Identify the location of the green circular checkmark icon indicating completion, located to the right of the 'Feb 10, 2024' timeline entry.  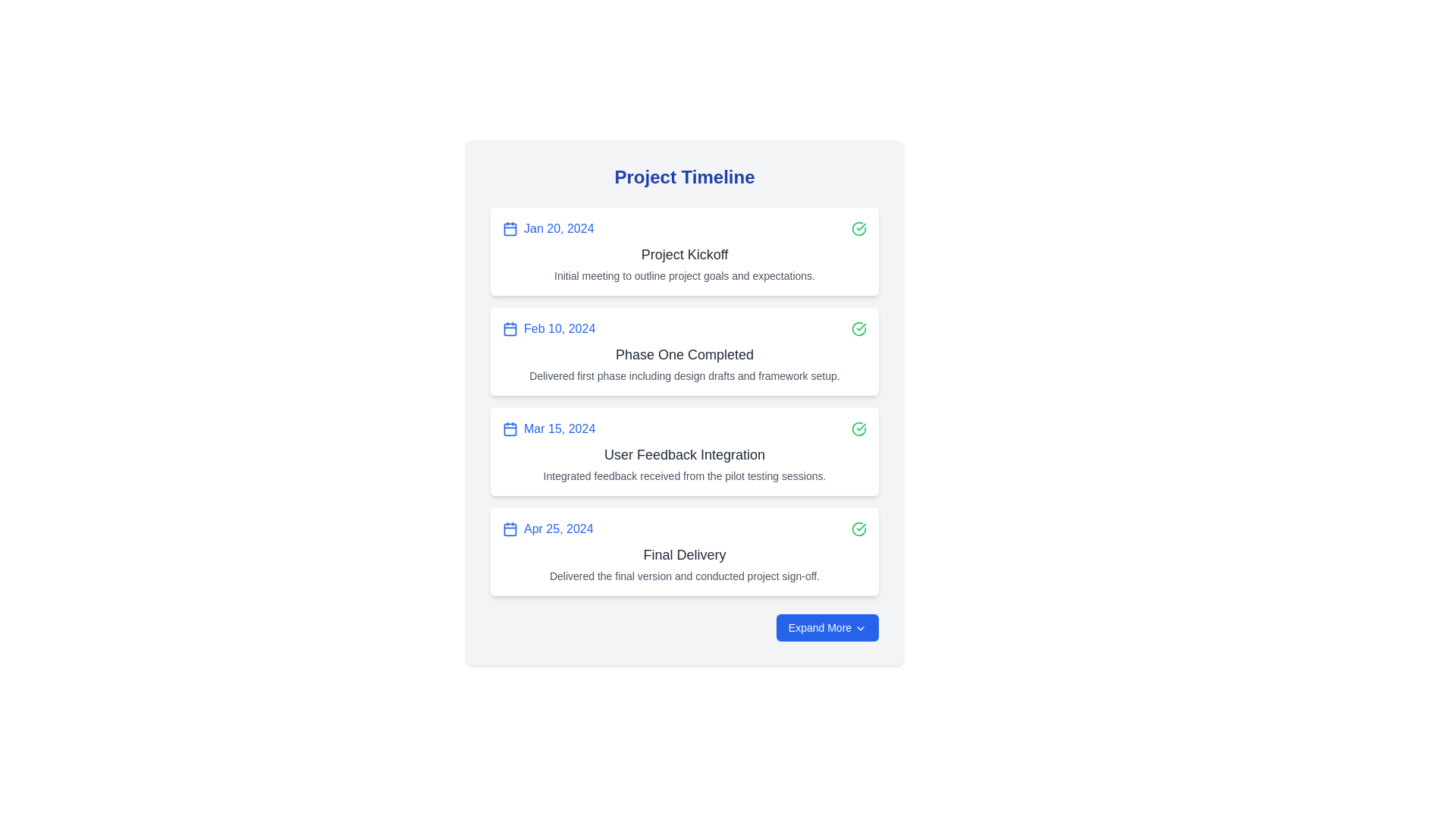
(858, 328).